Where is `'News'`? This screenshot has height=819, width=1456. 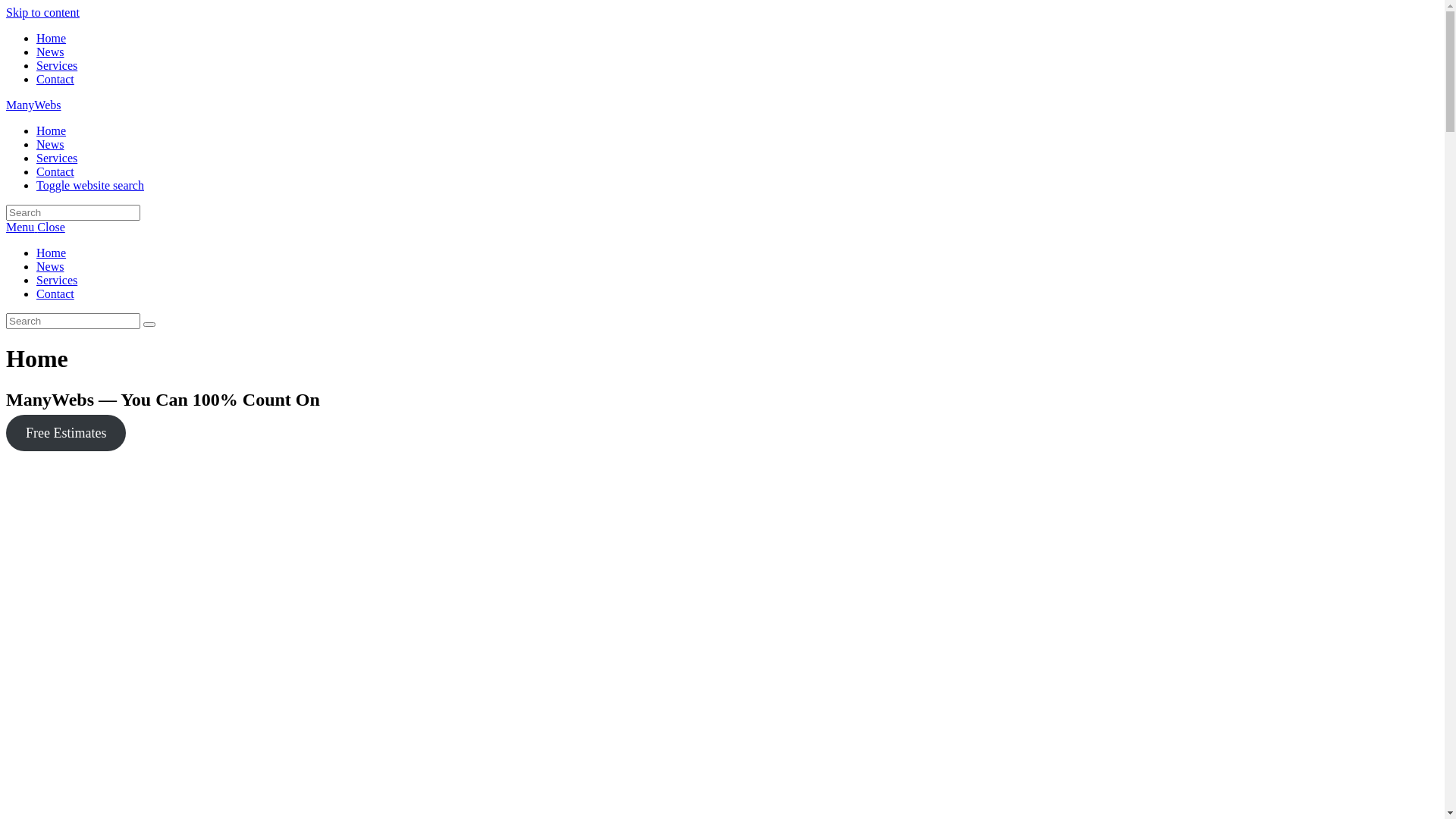
'News' is located at coordinates (50, 144).